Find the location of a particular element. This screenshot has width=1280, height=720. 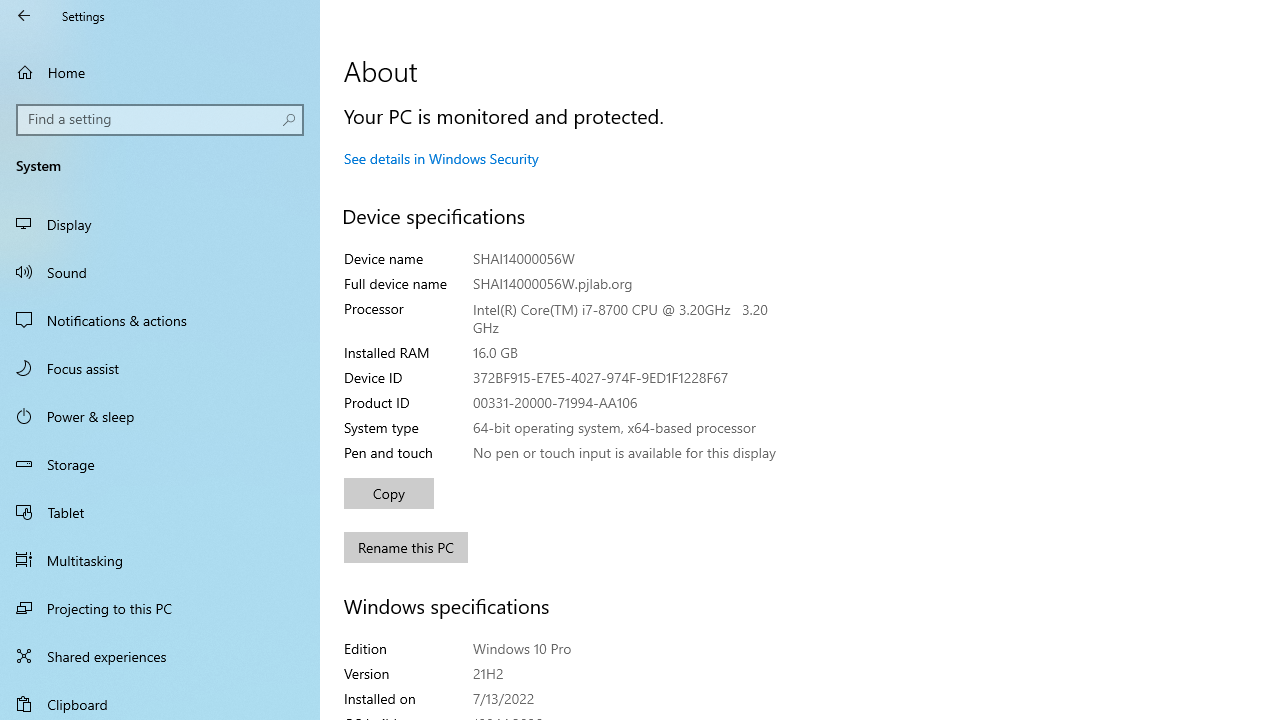

'Multitasking' is located at coordinates (160, 559).